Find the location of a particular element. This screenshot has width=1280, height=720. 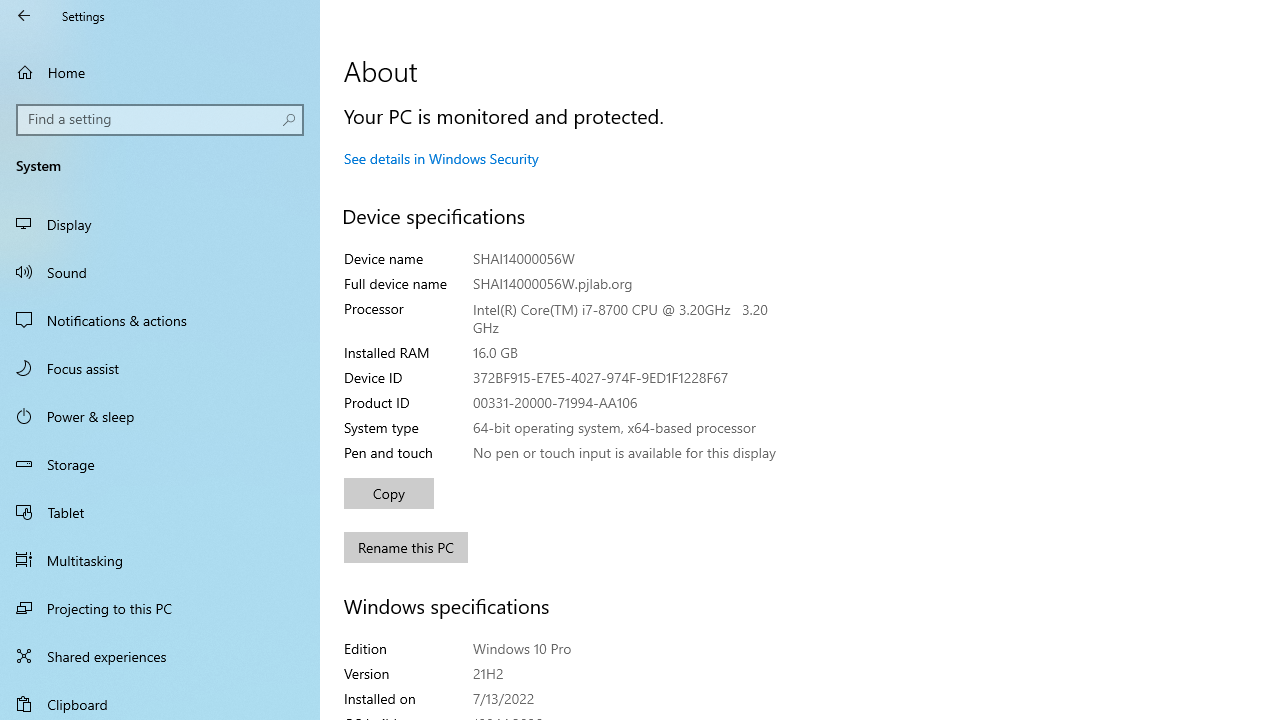

'Multitasking' is located at coordinates (160, 559).